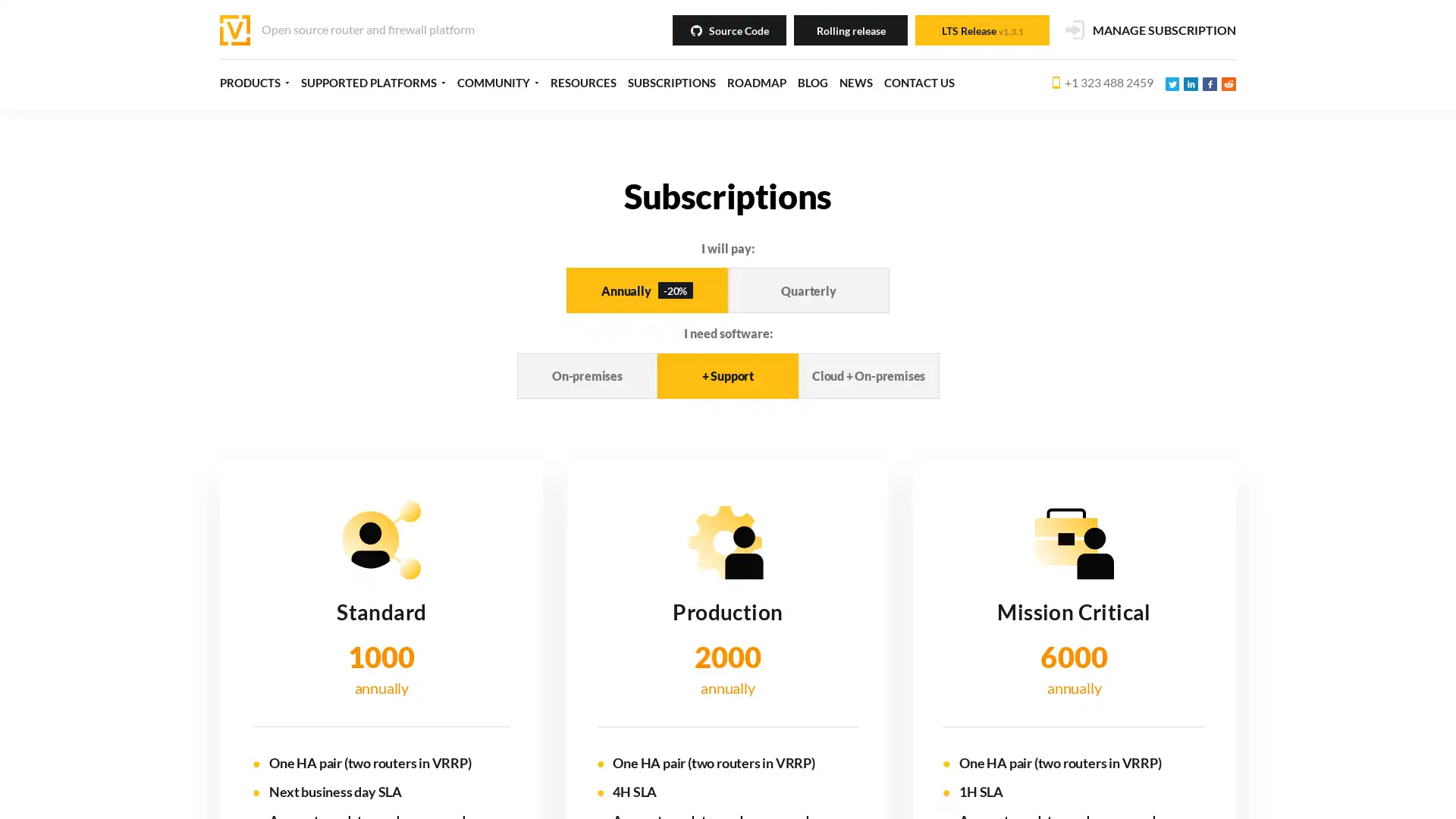  What do you see at coordinates (808, 290) in the screenshot?
I see `Quarterly` at bounding box center [808, 290].